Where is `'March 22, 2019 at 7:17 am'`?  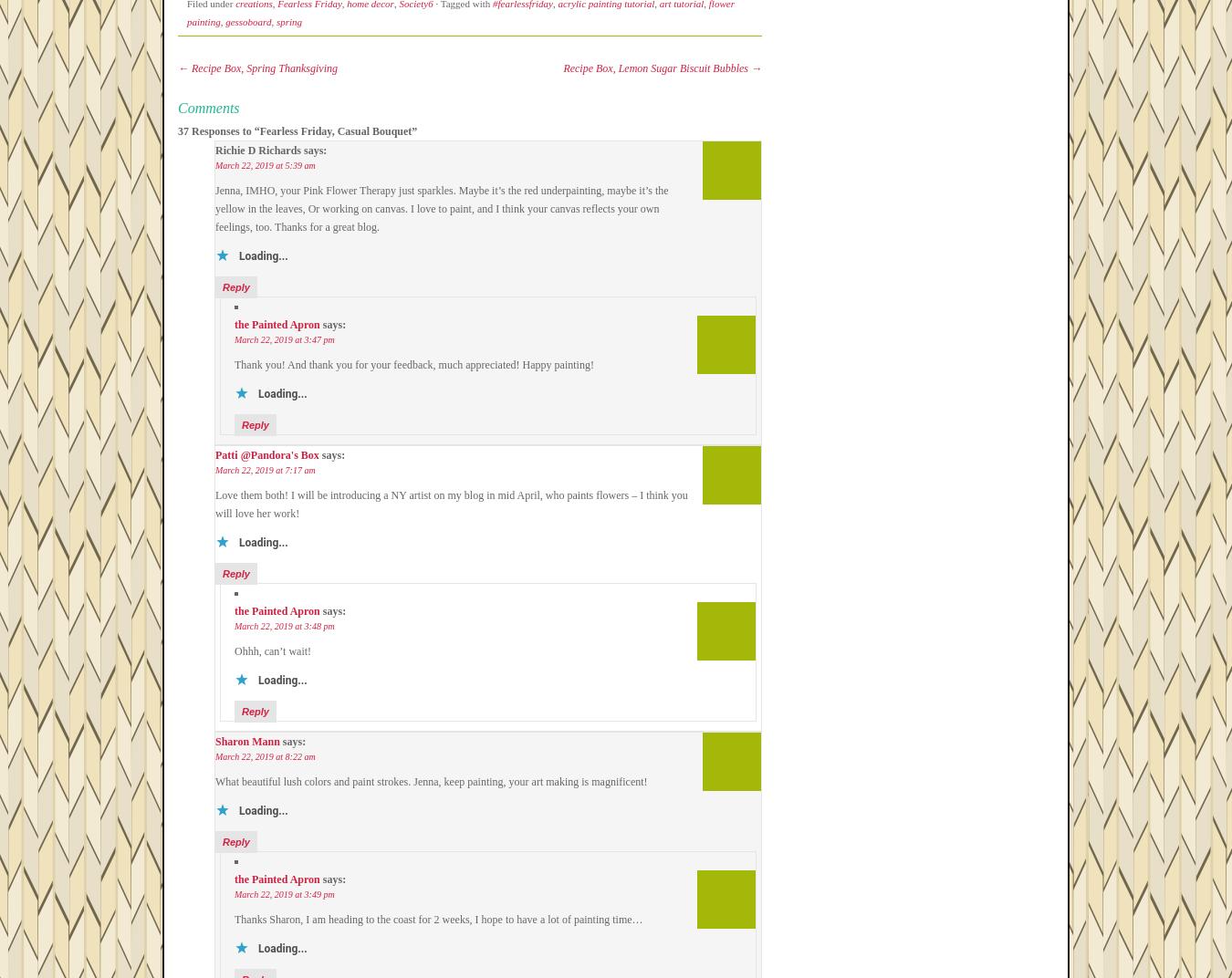 'March 22, 2019 at 7:17 am' is located at coordinates (264, 470).